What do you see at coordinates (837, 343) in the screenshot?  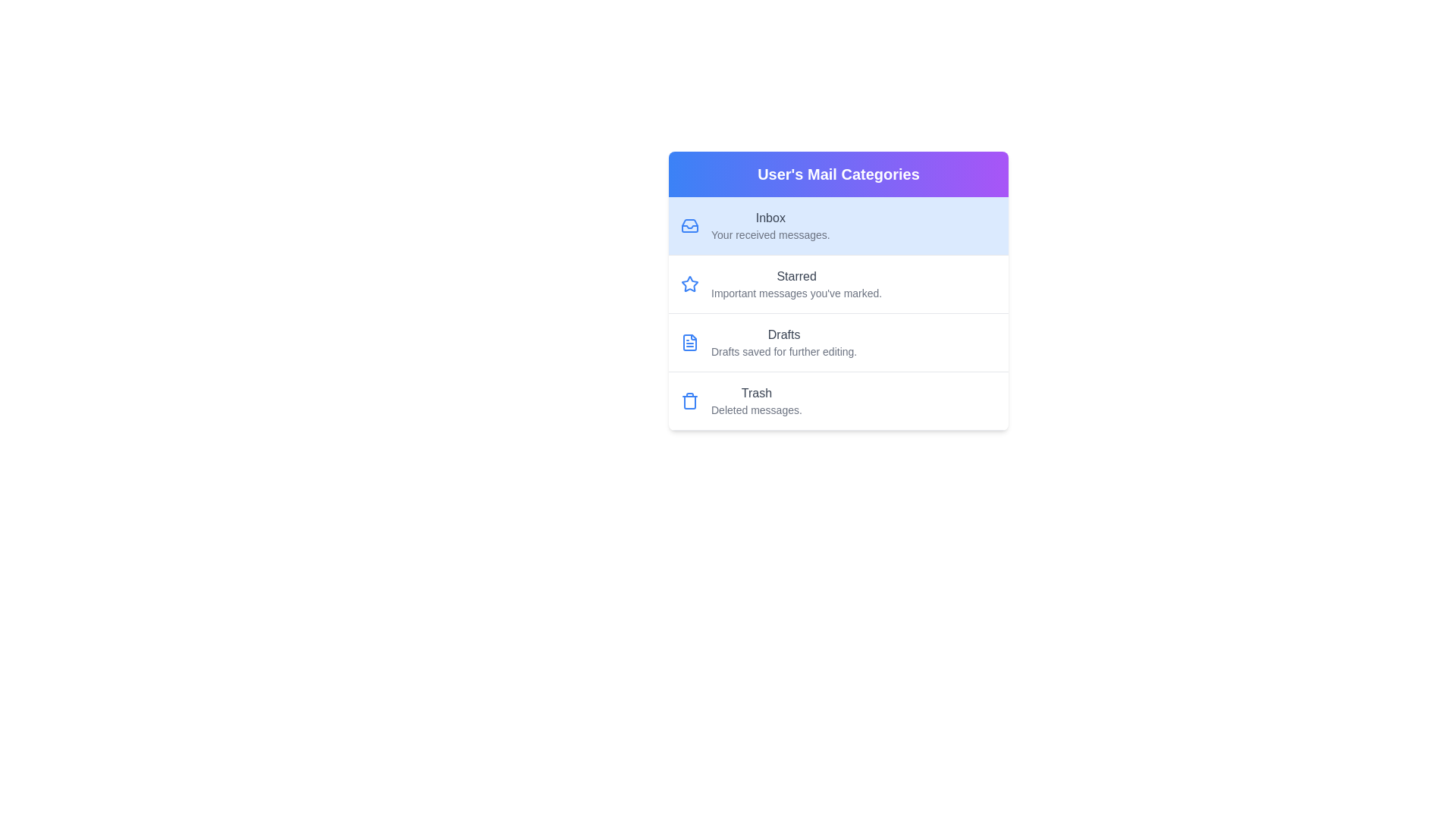 I see `the mail category item Drafts` at bounding box center [837, 343].